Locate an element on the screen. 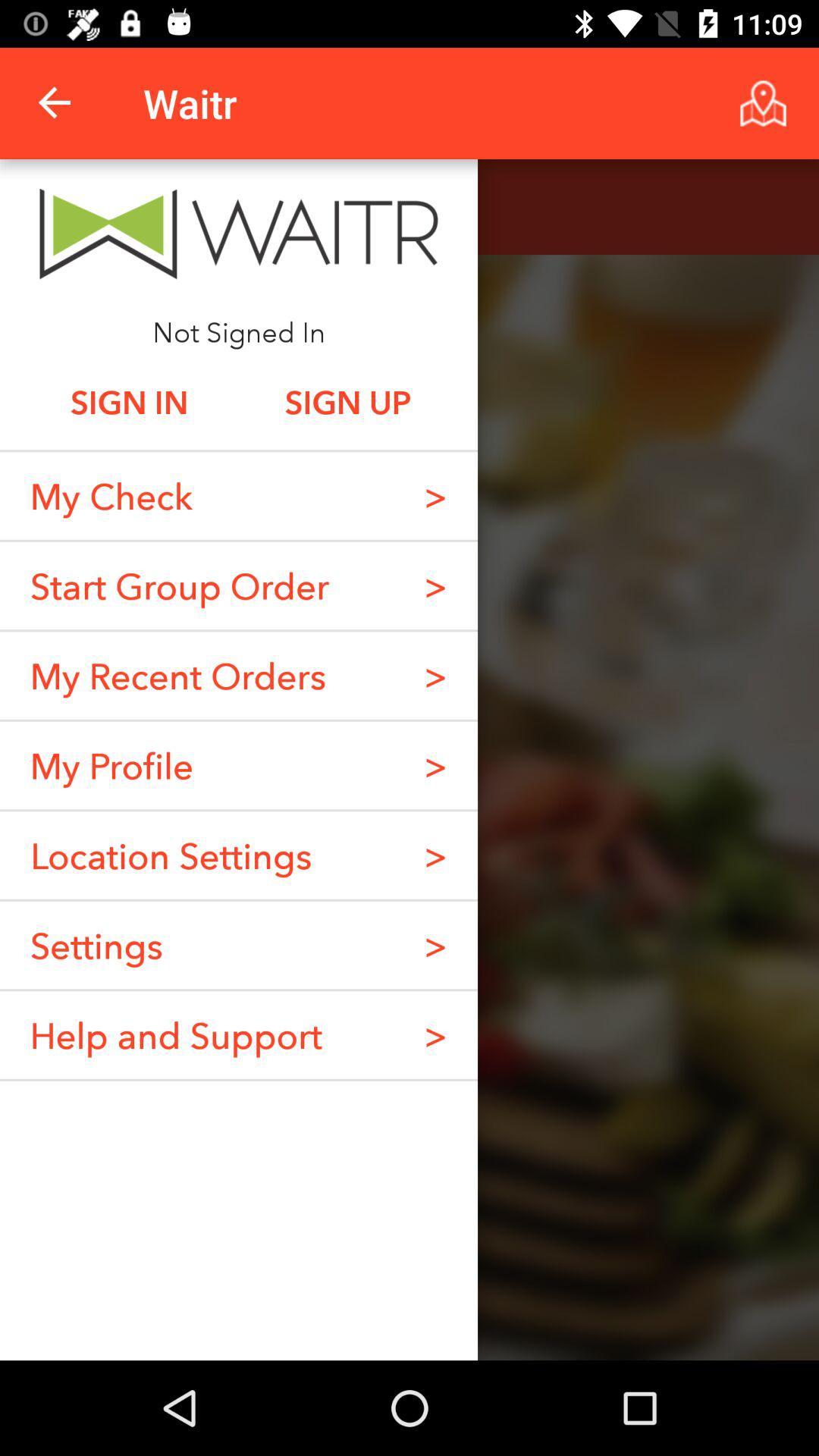  the item next to sign up is located at coordinates (128, 402).